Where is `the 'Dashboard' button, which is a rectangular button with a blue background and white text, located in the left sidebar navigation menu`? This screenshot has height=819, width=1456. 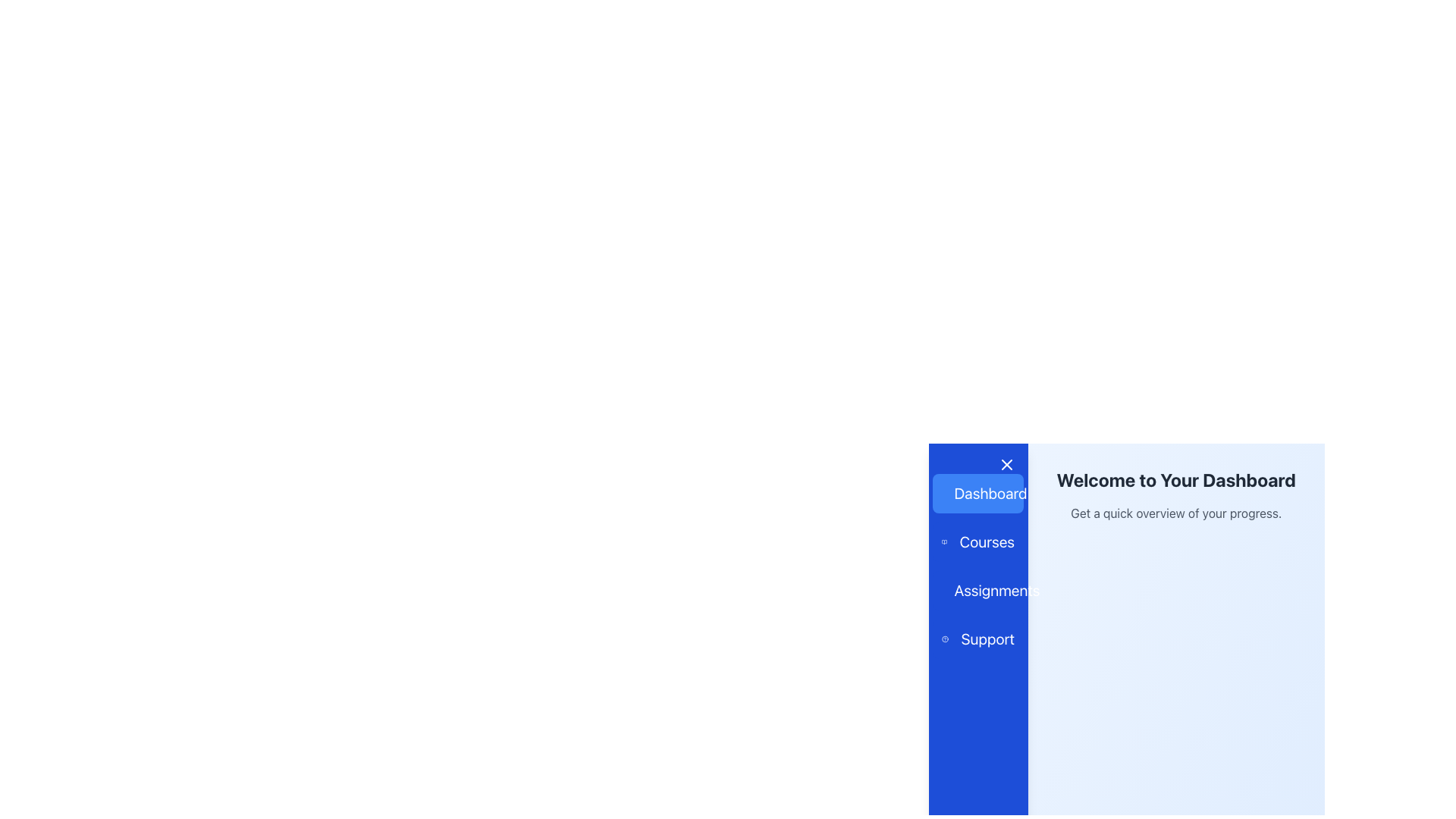 the 'Dashboard' button, which is a rectangular button with a blue background and white text, located in the left sidebar navigation menu is located at coordinates (978, 494).